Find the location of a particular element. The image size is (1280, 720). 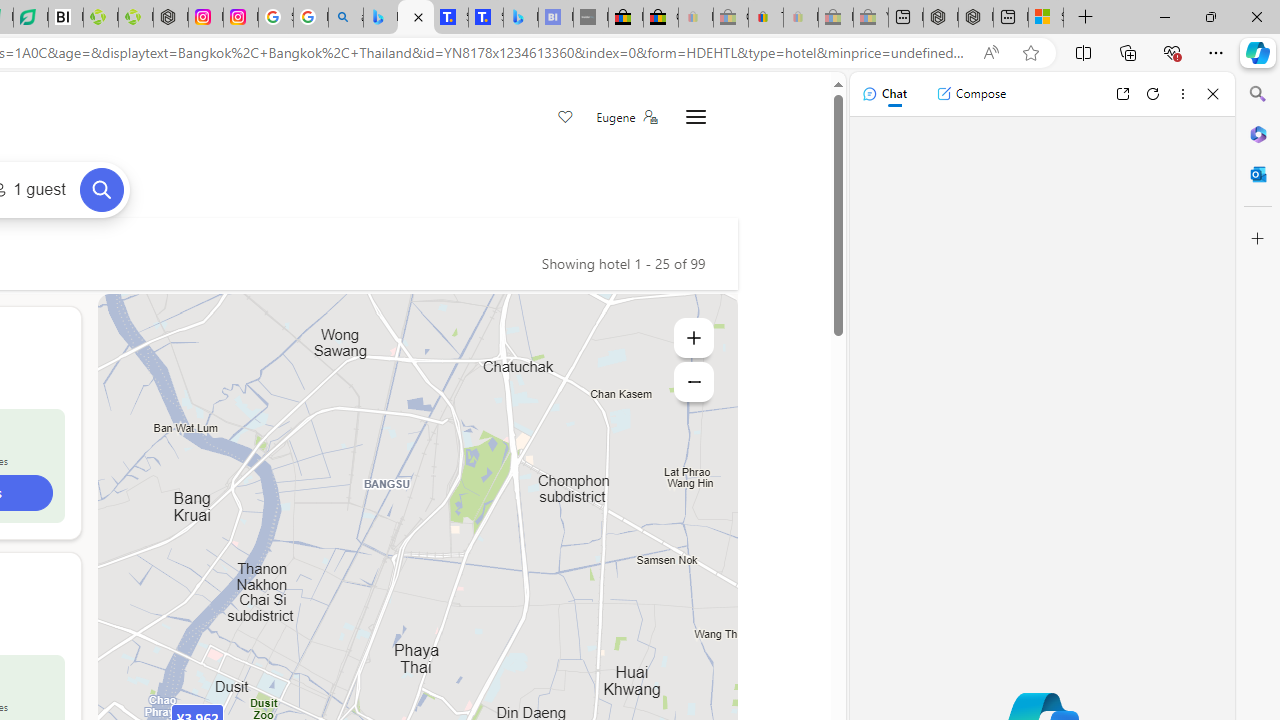

'Shangri-La Bangkok, Hotel reviews and Room rates' is located at coordinates (485, 17).